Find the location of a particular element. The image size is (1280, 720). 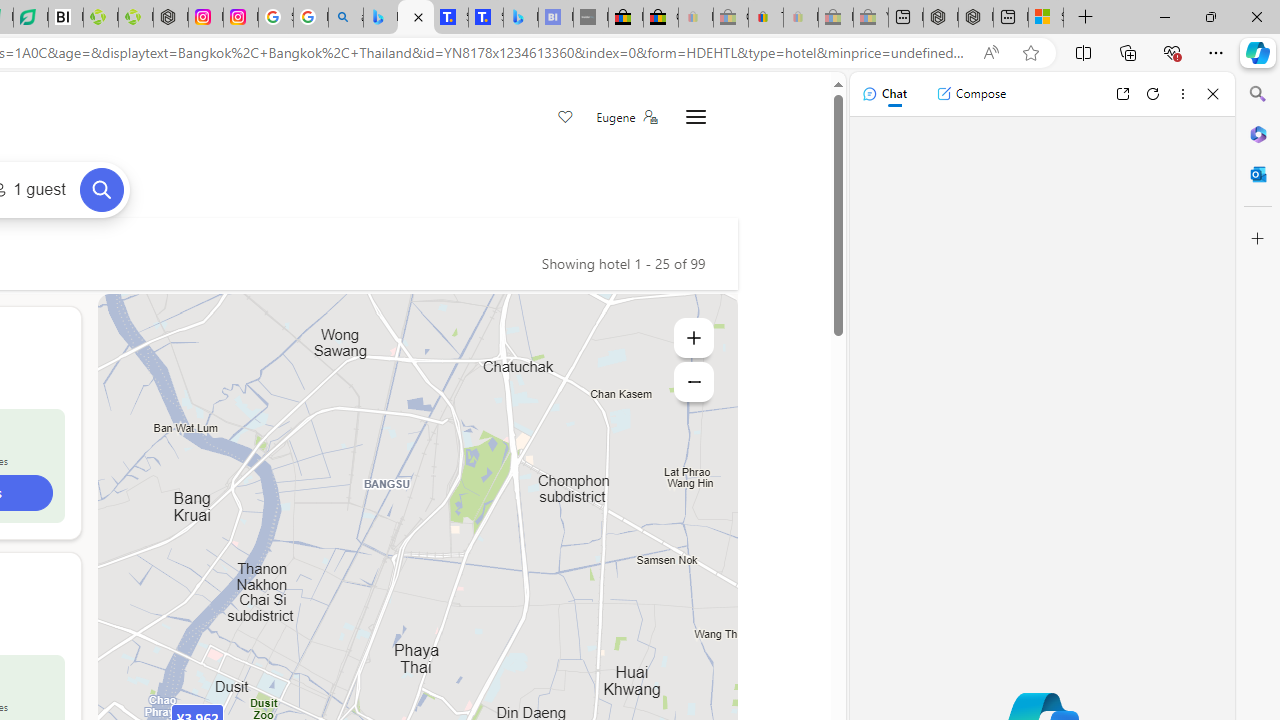

'Shangri-La Bangkok, Hotel reviews and Room rates' is located at coordinates (485, 17).